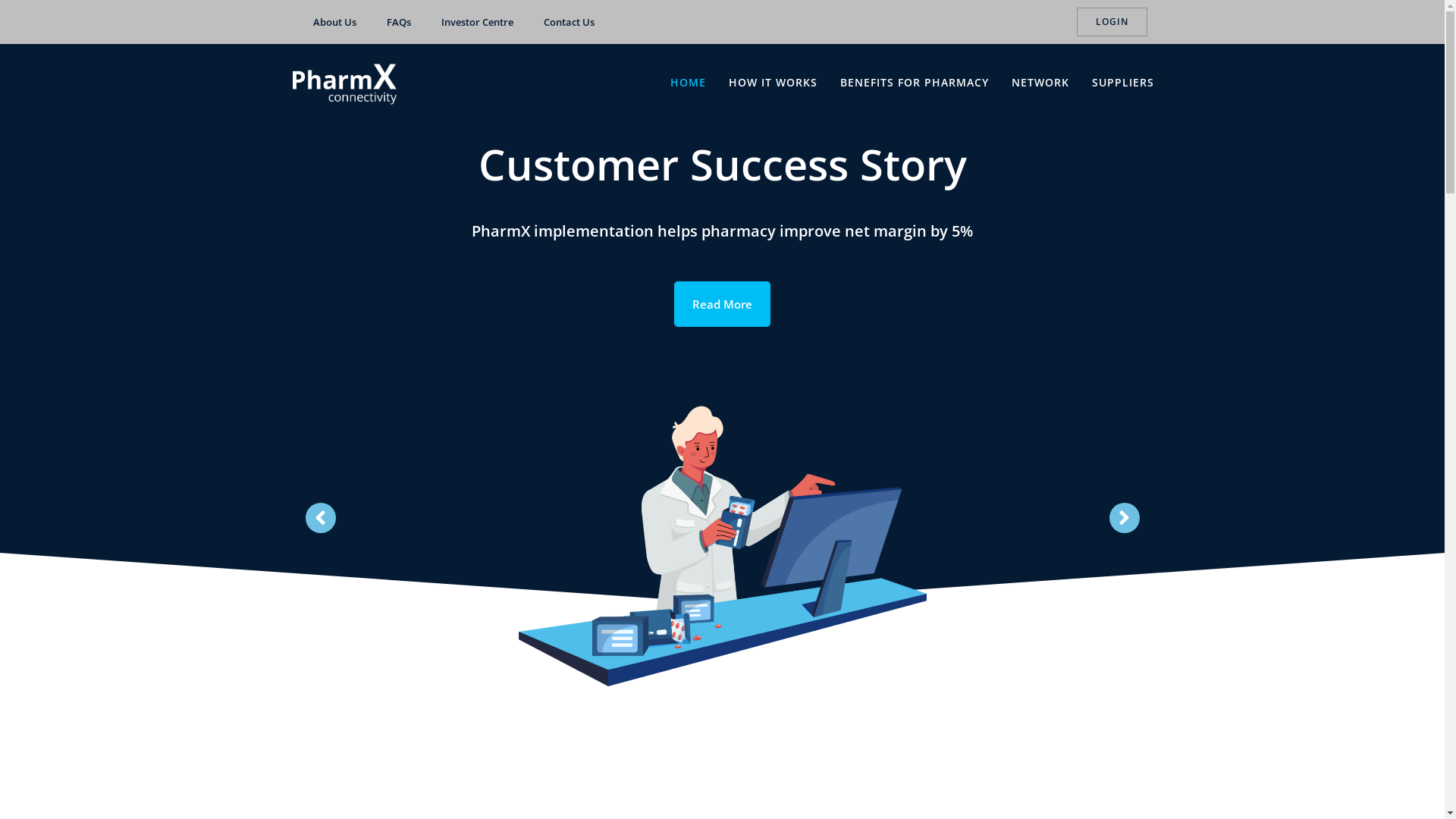 The width and height of the screenshot is (1456, 819). What do you see at coordinates (333, 22) in the screenshot?
I see `'About Us'` at bounding box center [333, 22].